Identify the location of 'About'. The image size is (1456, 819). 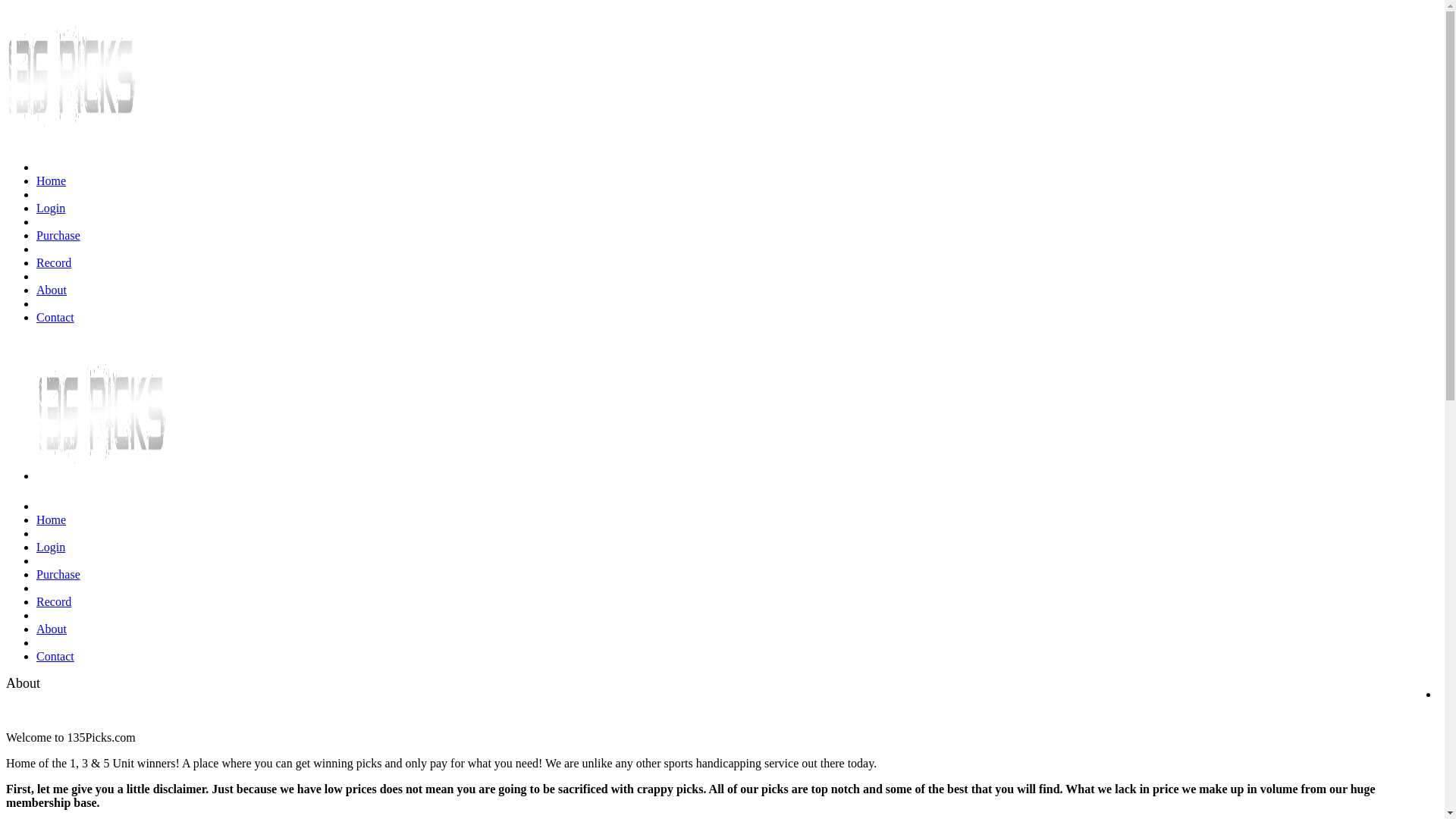
(51, 290).